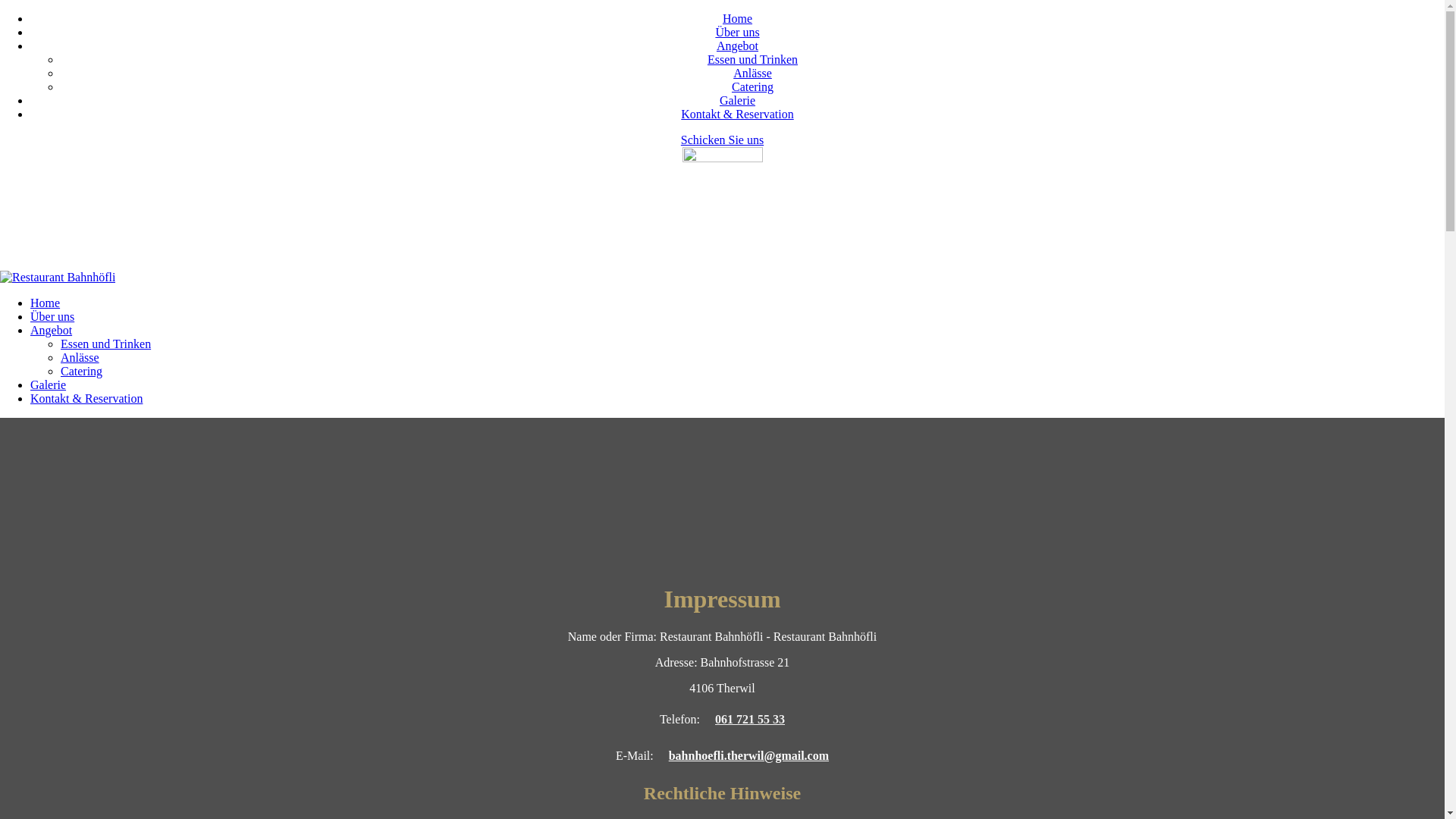 This screenshot has width=1456, height=819. What do you see at coordinates (748, 755) in the screenshot?
I see `'bahnhoefli.therwil@gmail.com'` at bounding box center [748, 755].